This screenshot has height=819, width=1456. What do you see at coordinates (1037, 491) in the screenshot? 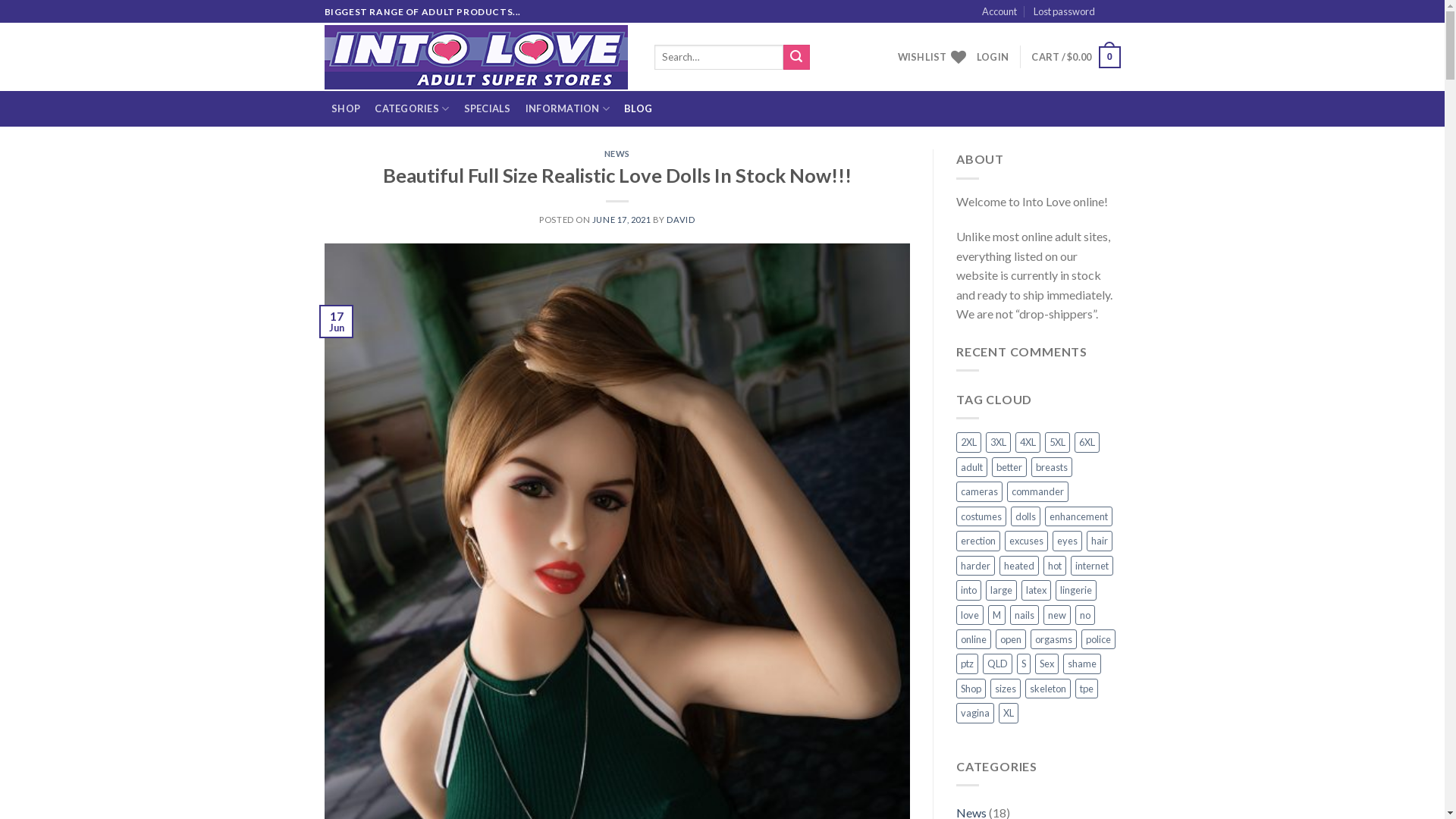
I see `'commander'` at bounding box center [1037, 491].